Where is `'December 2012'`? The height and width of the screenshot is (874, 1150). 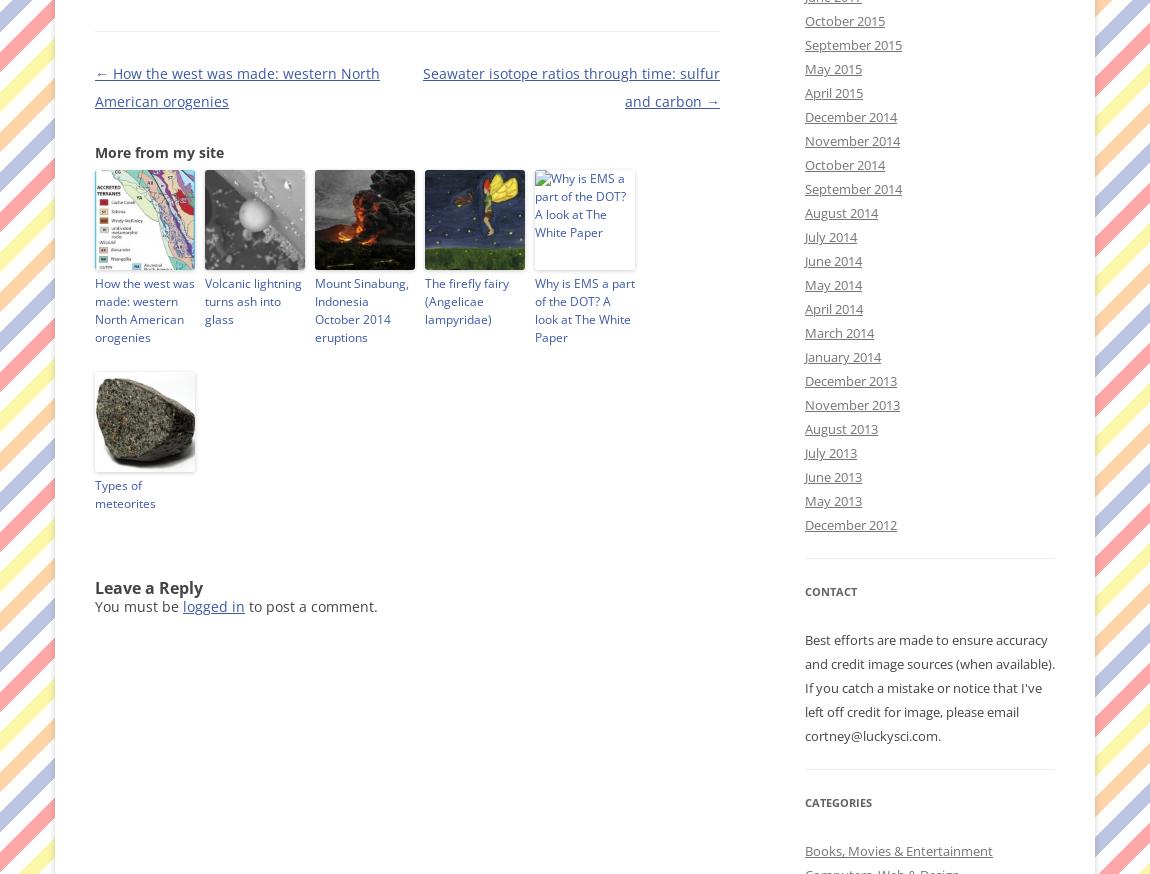
'December 2012' is located at coordinates (804, 525).